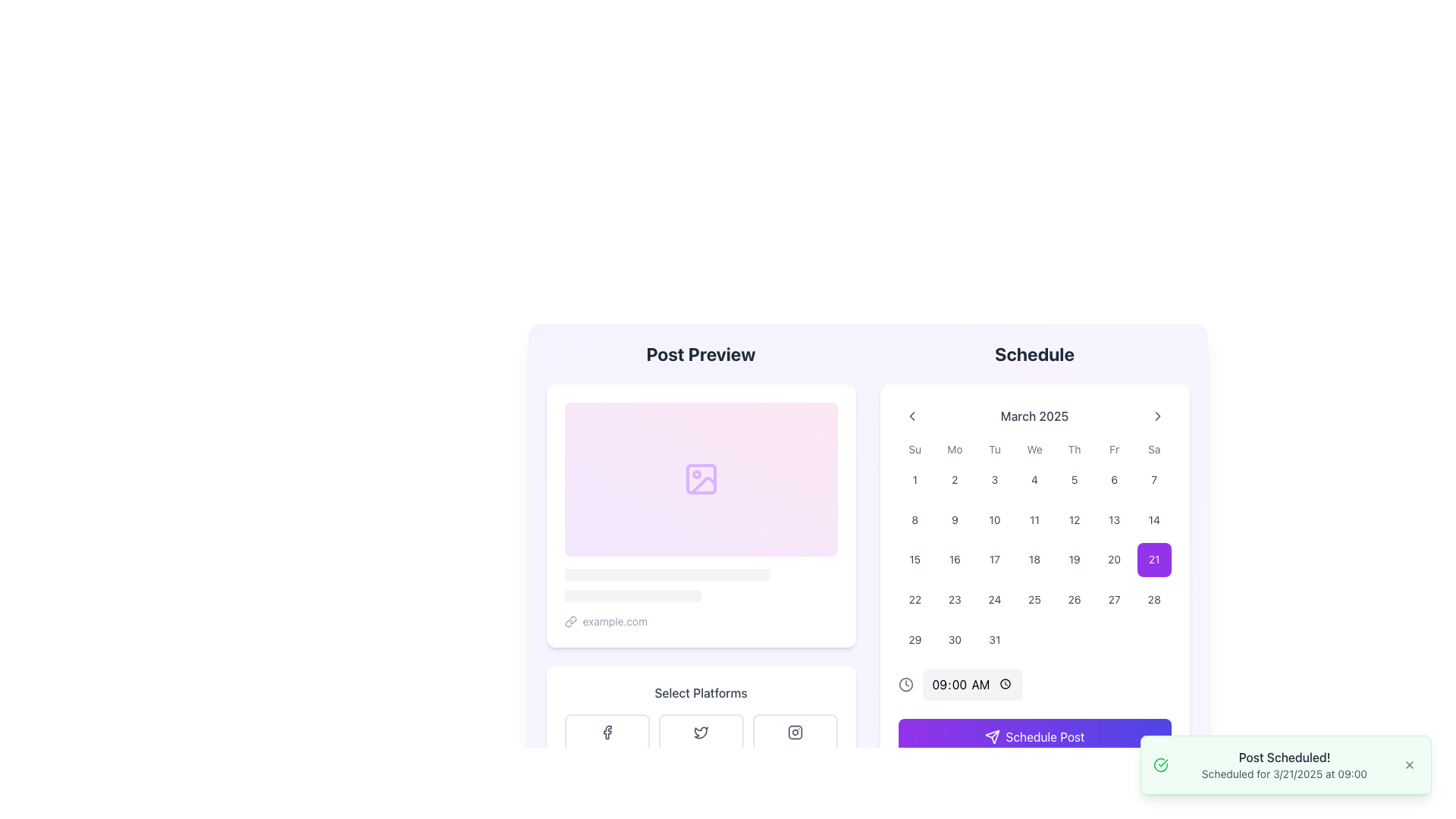 The image size is (1456, 819). What do you see at coordinates (794, 731) in the screenshot?
I see `the Instagram button, which is the third button in the row under the 'Select Platforms' heading` at bounding box center [794, 731].